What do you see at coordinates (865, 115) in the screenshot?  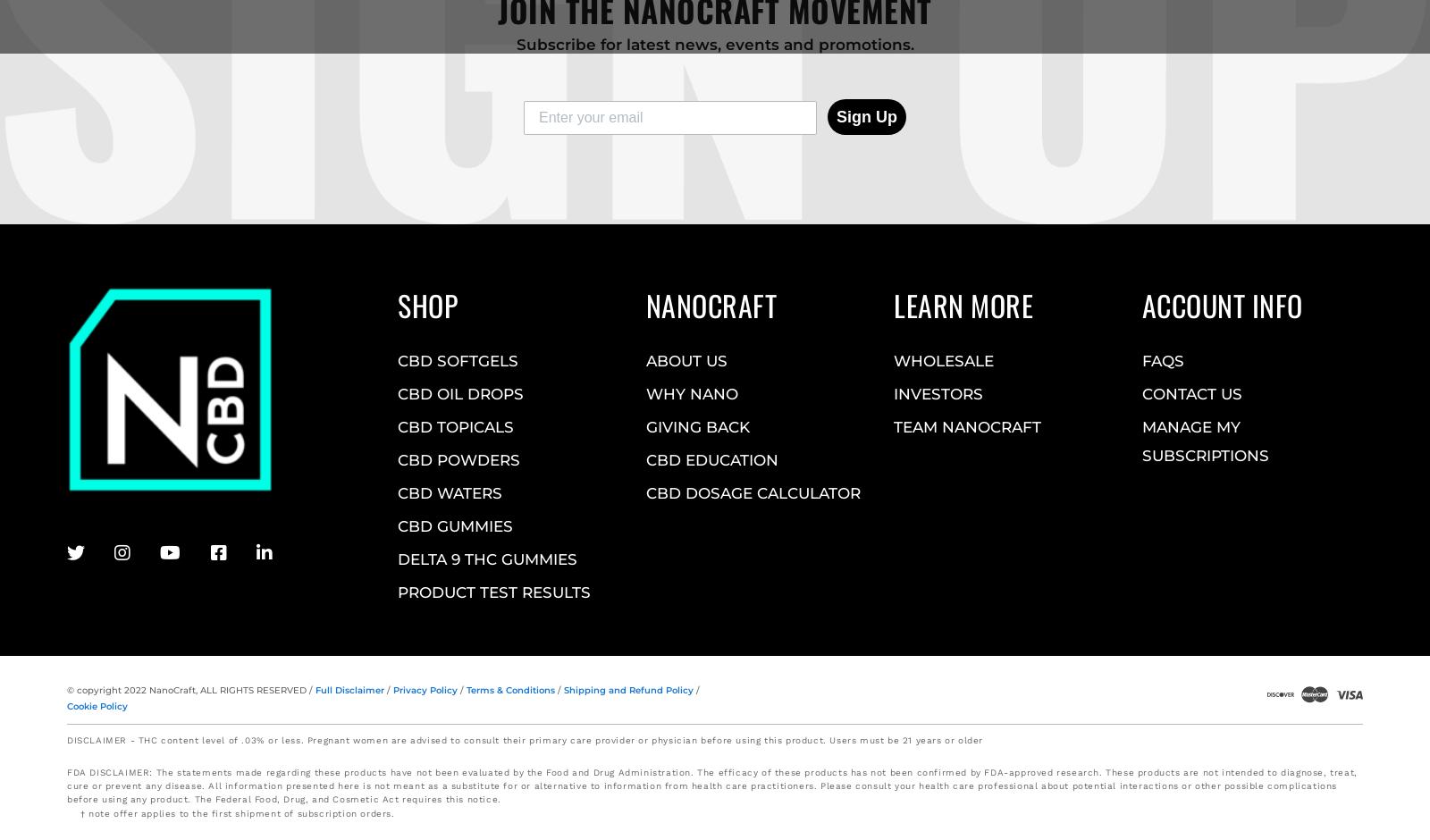 I see `'Sign Up'` at bounding box center [865, 115].